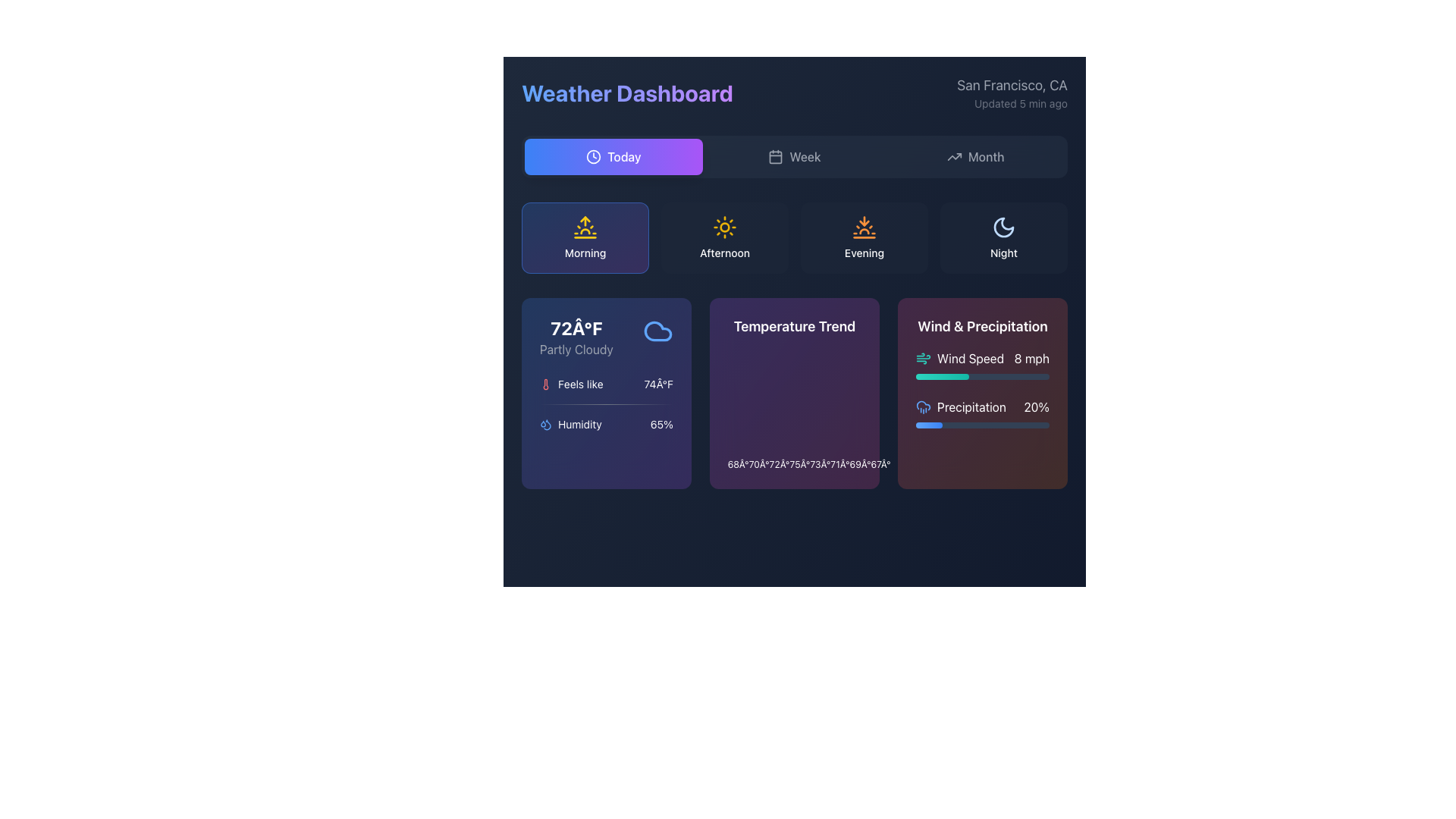  Describe the element at coordinates (723, 237) in the screenshot. I see `the 'Afternoon' time period button` at that location.